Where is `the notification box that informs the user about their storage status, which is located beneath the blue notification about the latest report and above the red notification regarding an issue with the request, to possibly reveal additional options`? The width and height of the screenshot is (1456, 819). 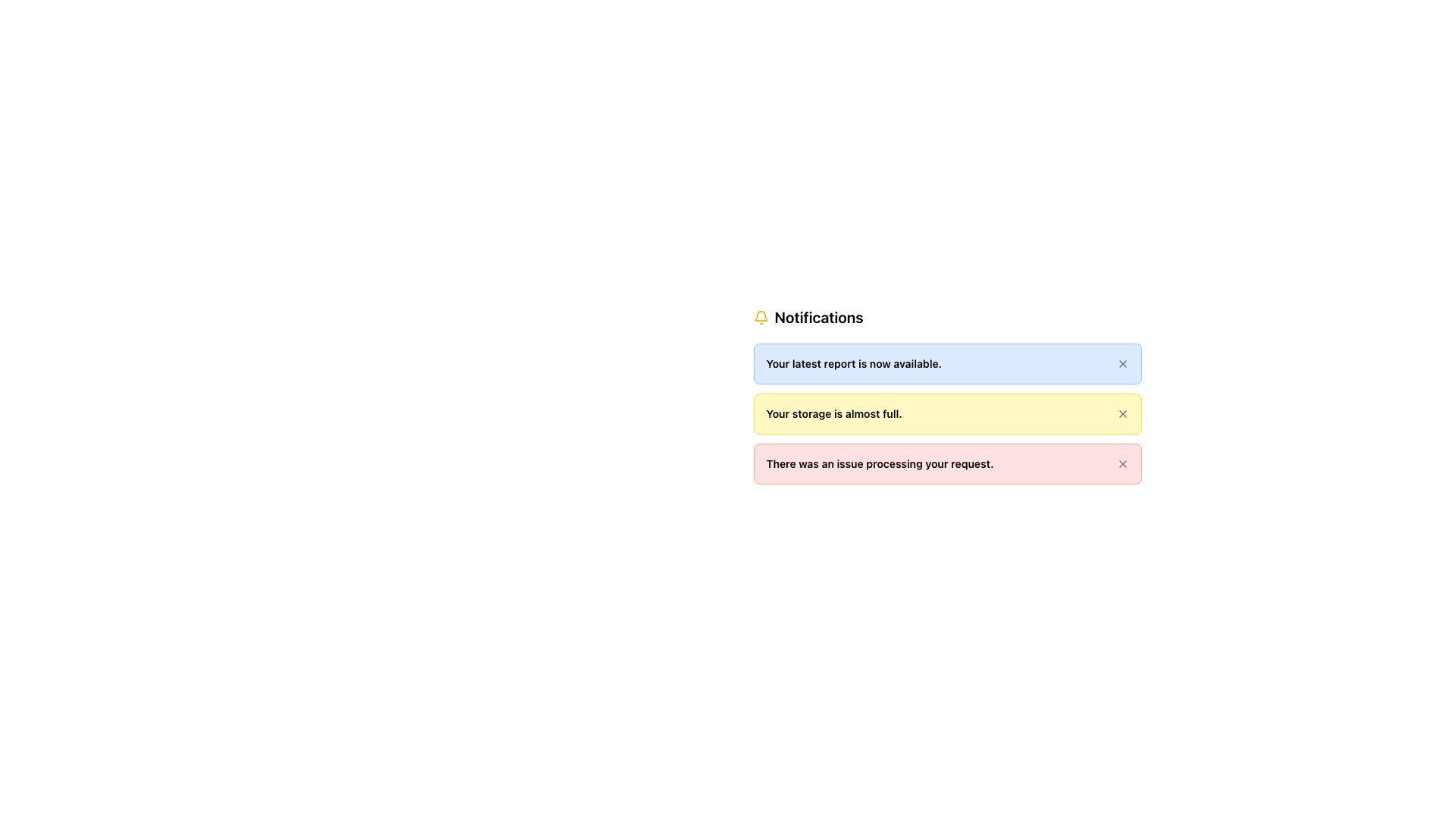 the notification box that informs the user about their storage status, which is located beneath the blue notification about the latest report and above the red notification regarding an issue with the request, to possibly reveal additional options is located at coordinates (946, 414).